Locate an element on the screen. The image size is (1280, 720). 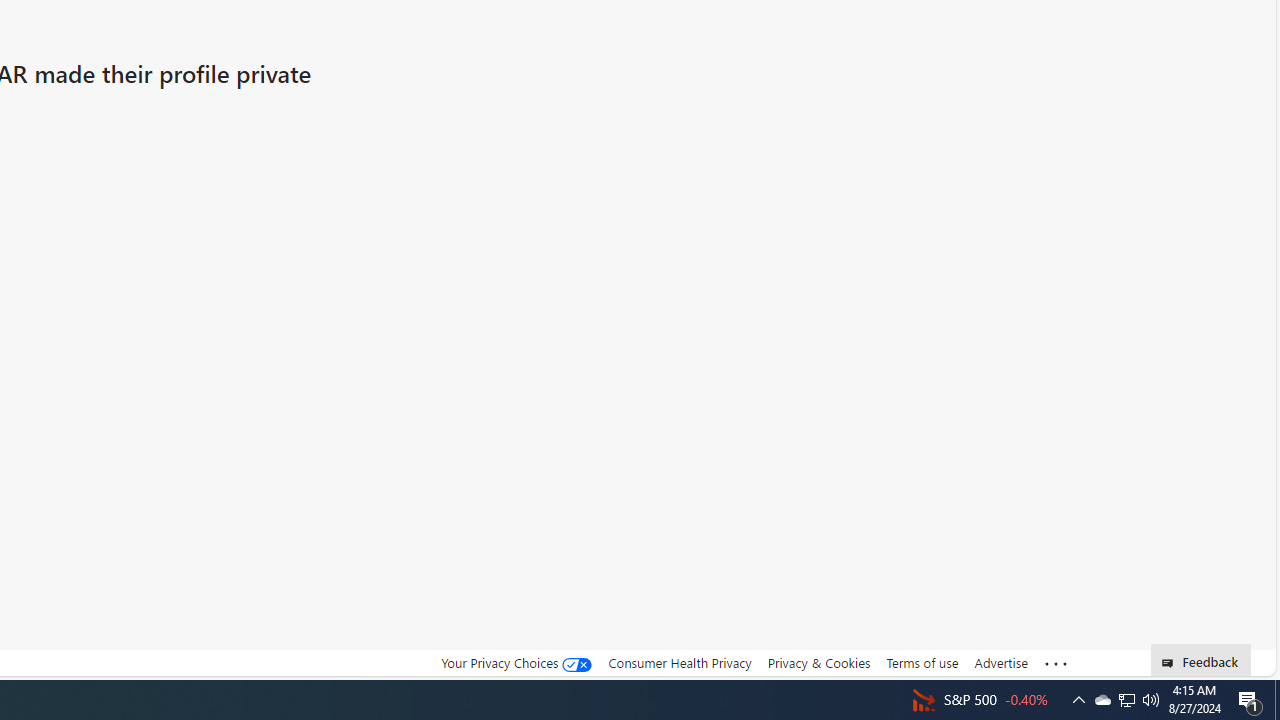
'Class: feedback_link_icon-DS-EntryPoint1-1' is located at coordinates (1171, 663).